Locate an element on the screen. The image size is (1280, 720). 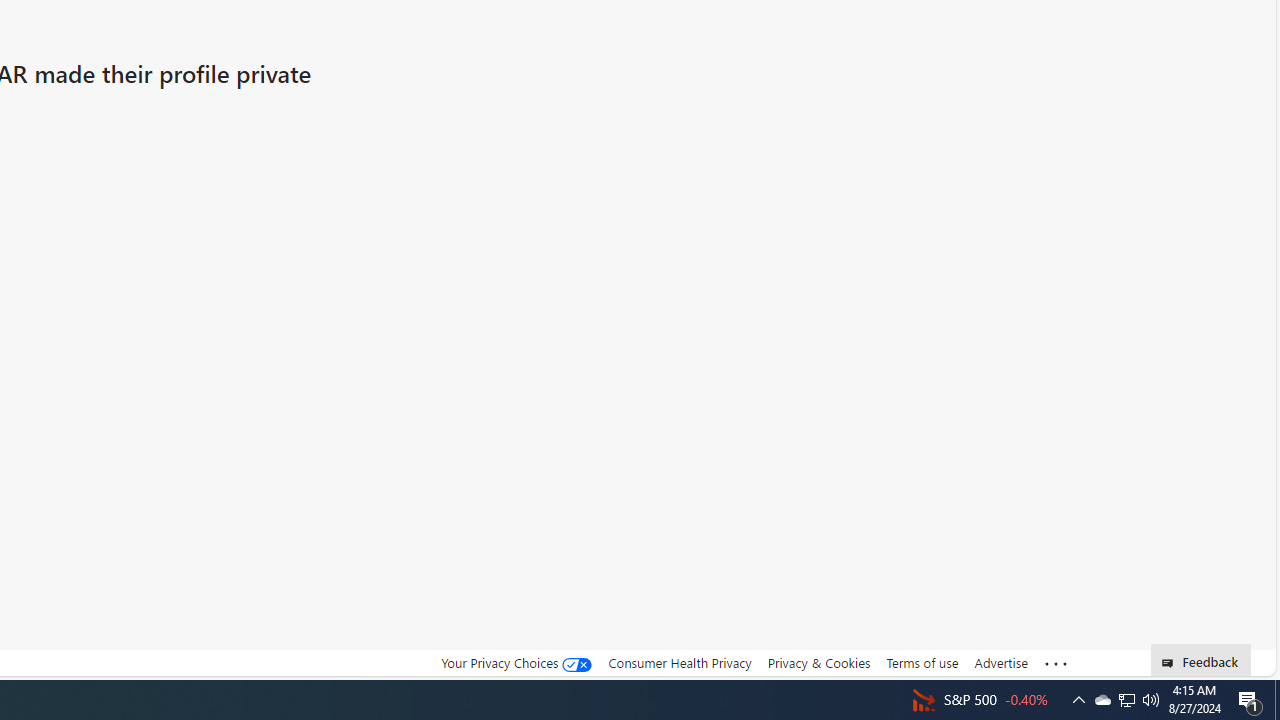
'Class: feedback_link_icon-DS-EntryPoint1-1' is located at coordinates (1171, 663).